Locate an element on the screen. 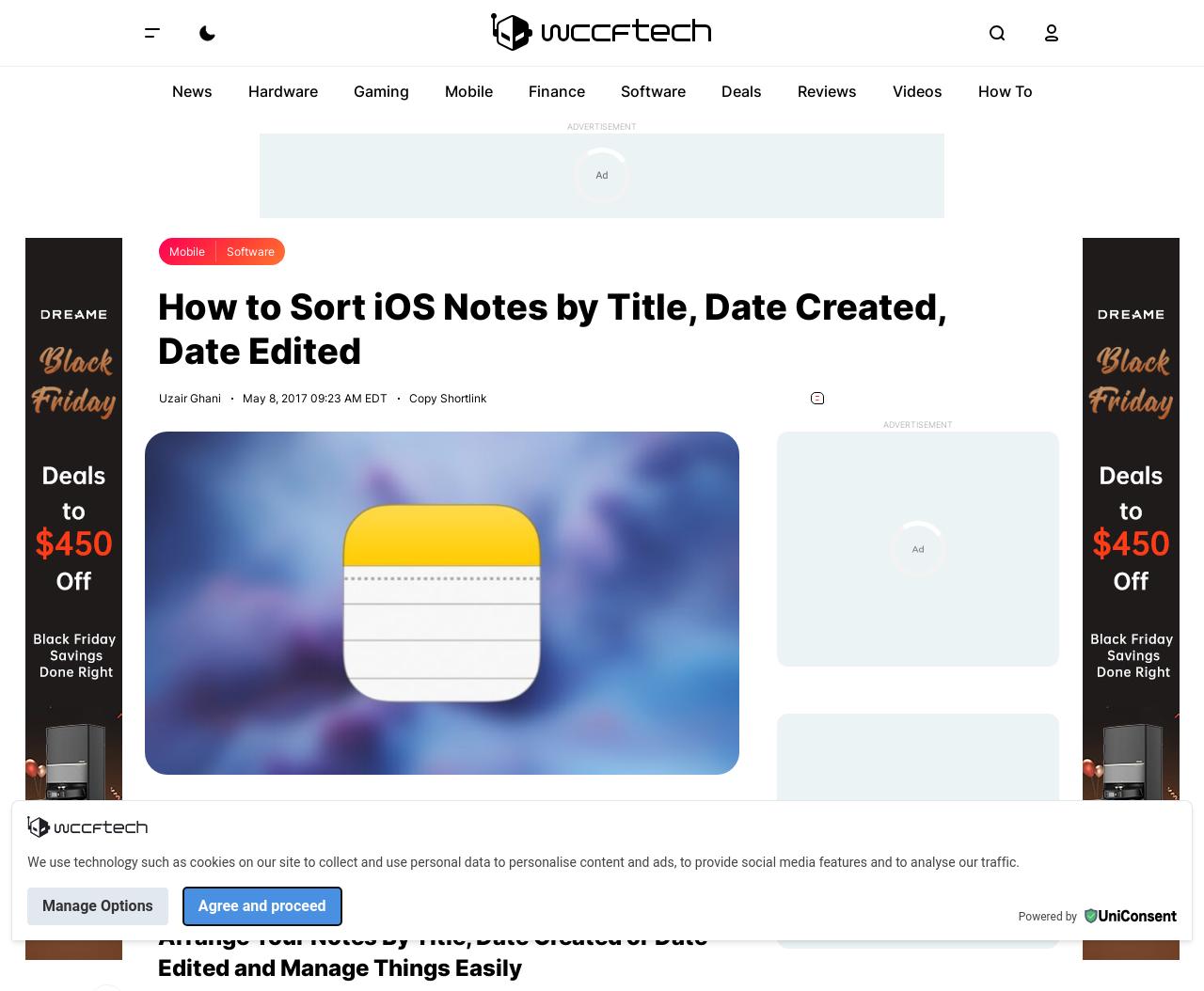 The image size is (1204, 991). 'Uzair Ghani' is located at coordinates (189, 397).